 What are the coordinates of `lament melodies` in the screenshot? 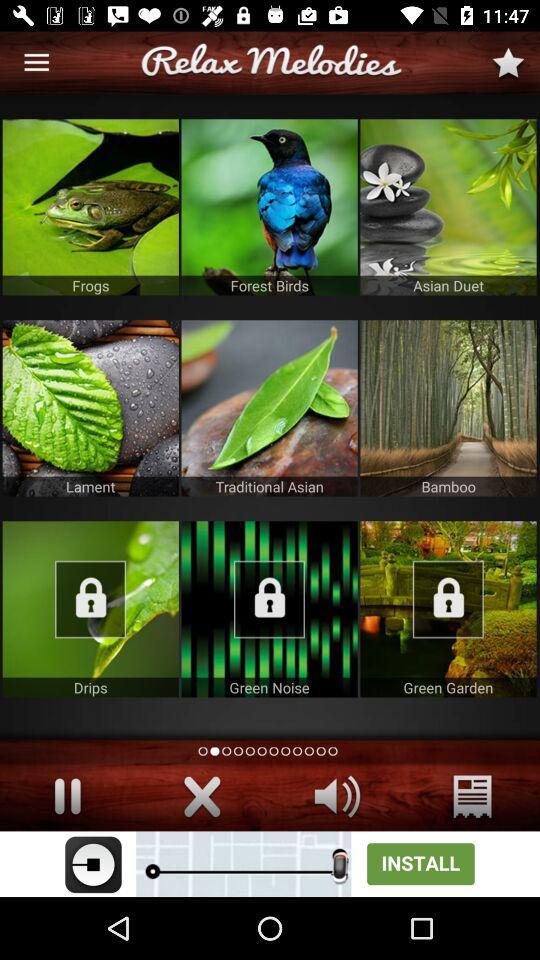 It's located at (89, 407).